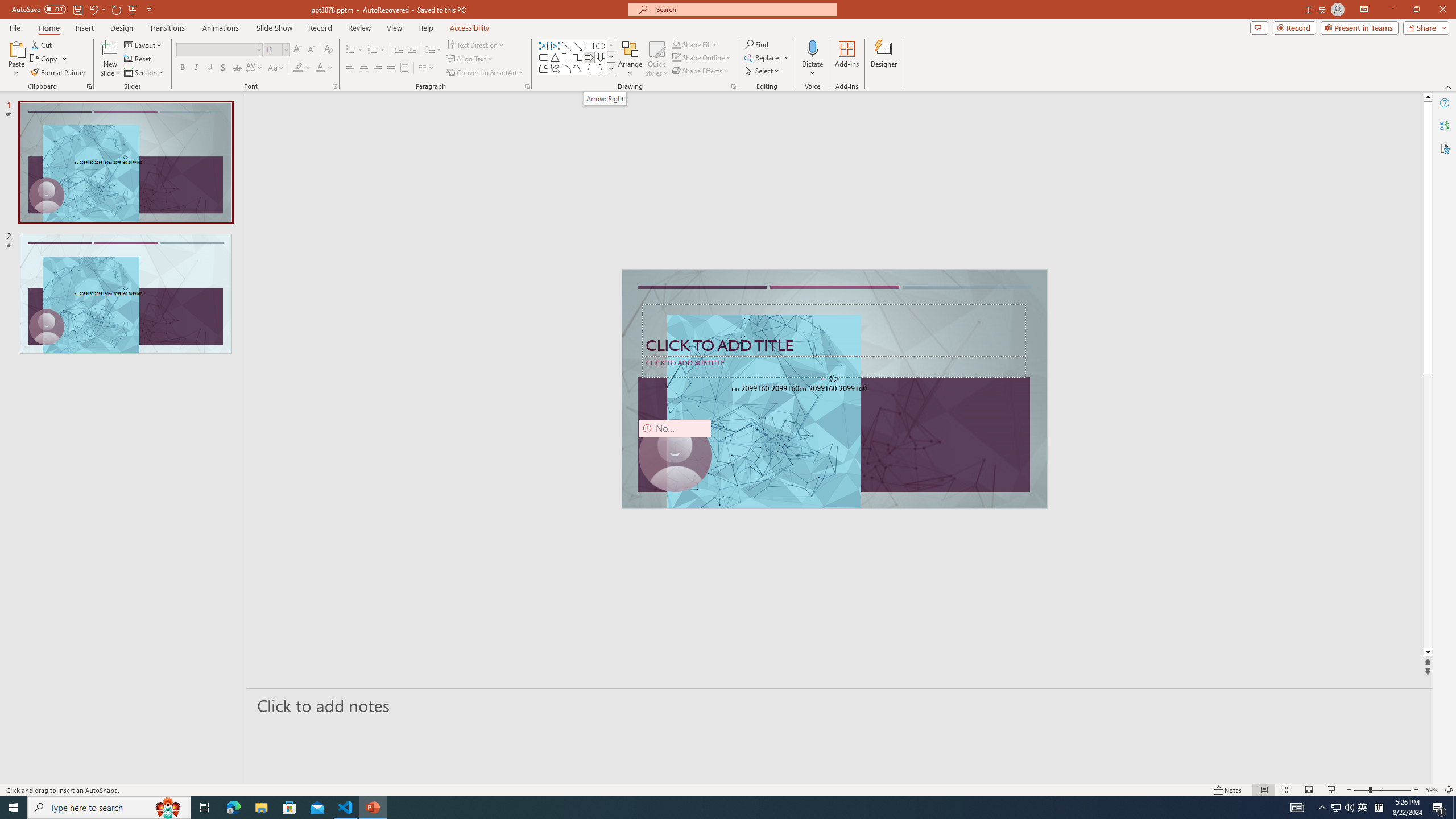 The height and width of the screenshot is (819, 1456). Describe the element at coordinates (543, 56) in the screenshot. I see `'Rectangle: Rounded Corners'` at that location.